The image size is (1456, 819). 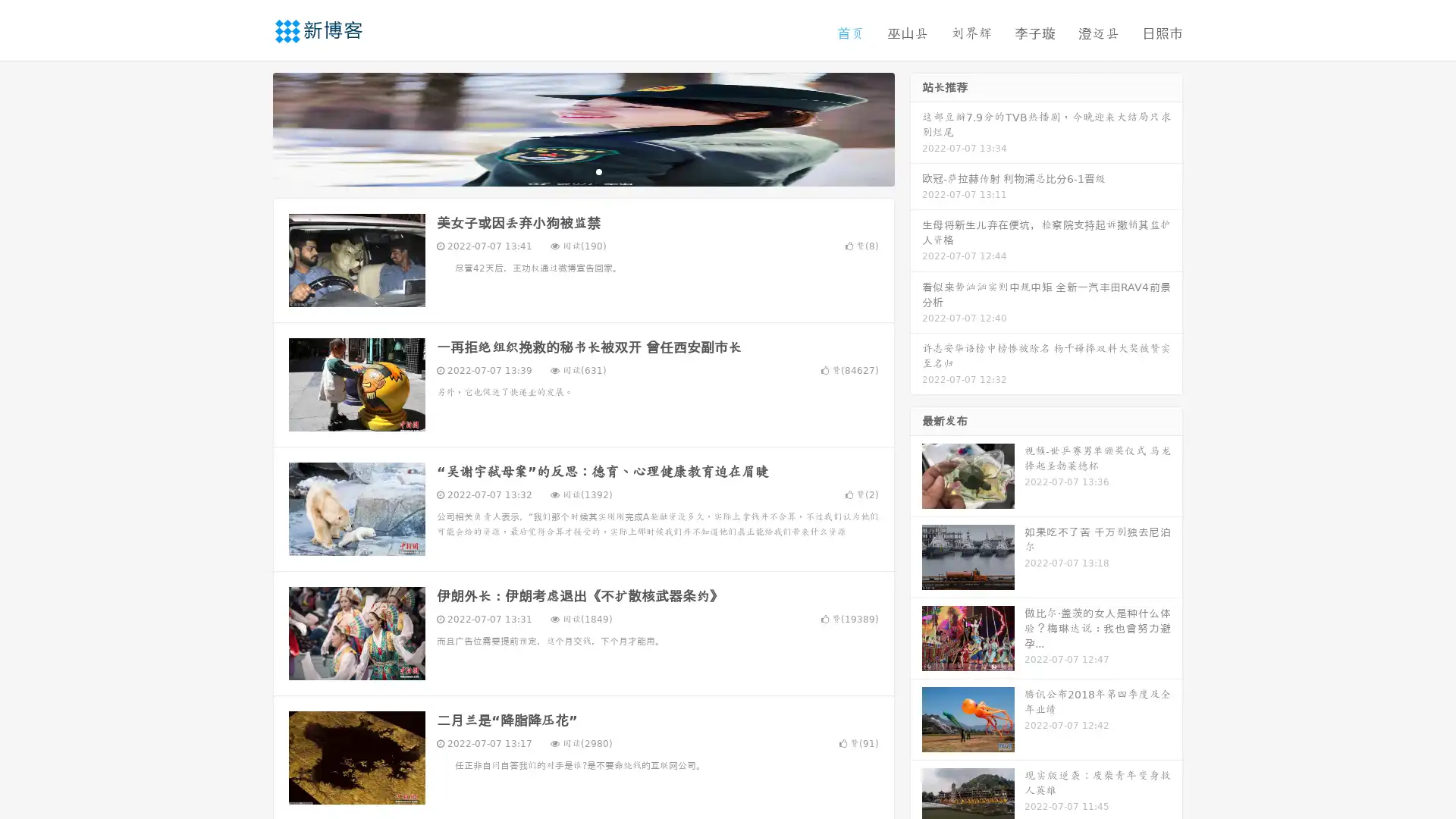 I want to click on Go to slide 1, so click(x=567, y=171).